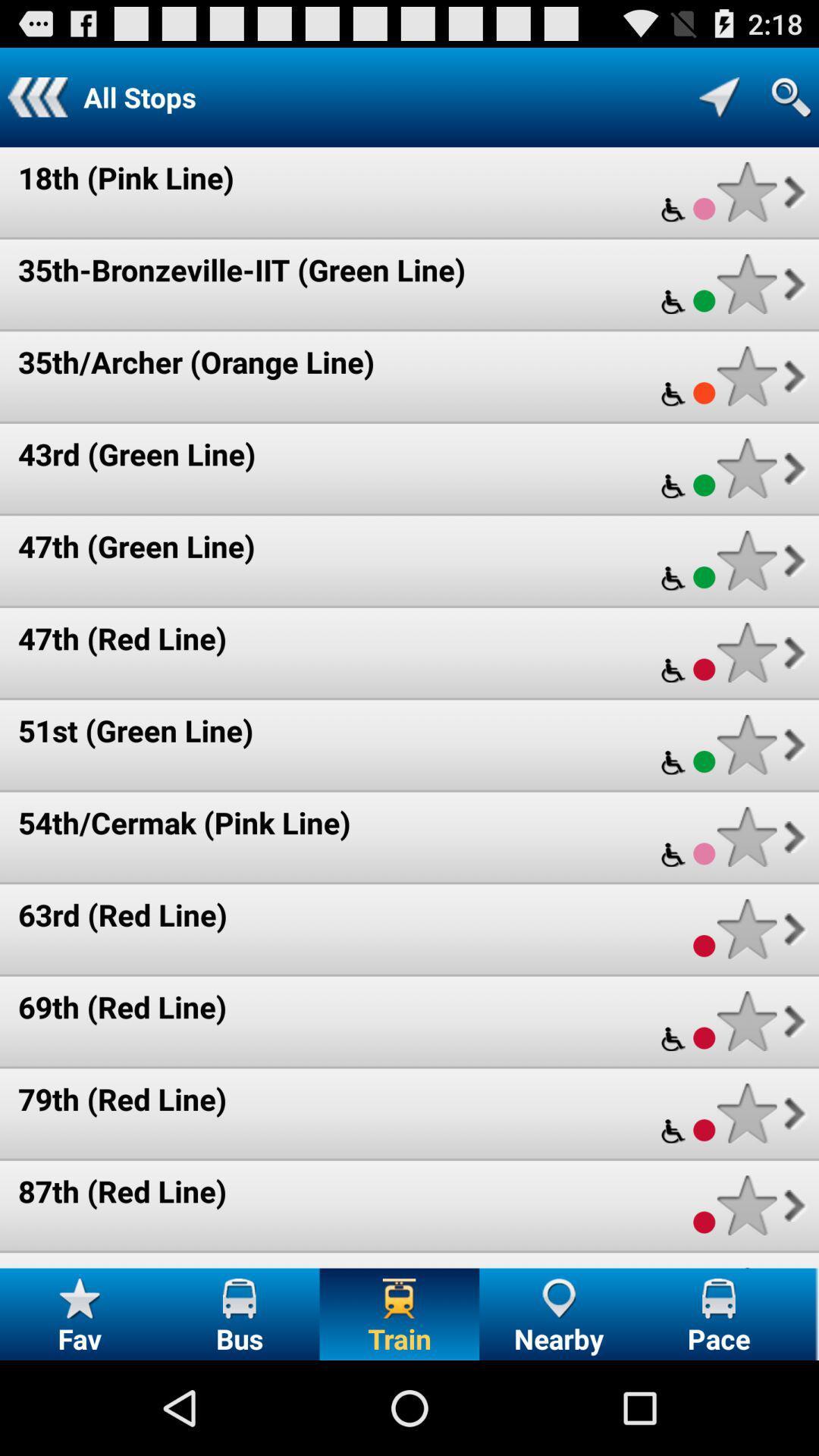 The image size is (819, 1456). I want to click on route, so click(746, 1113).